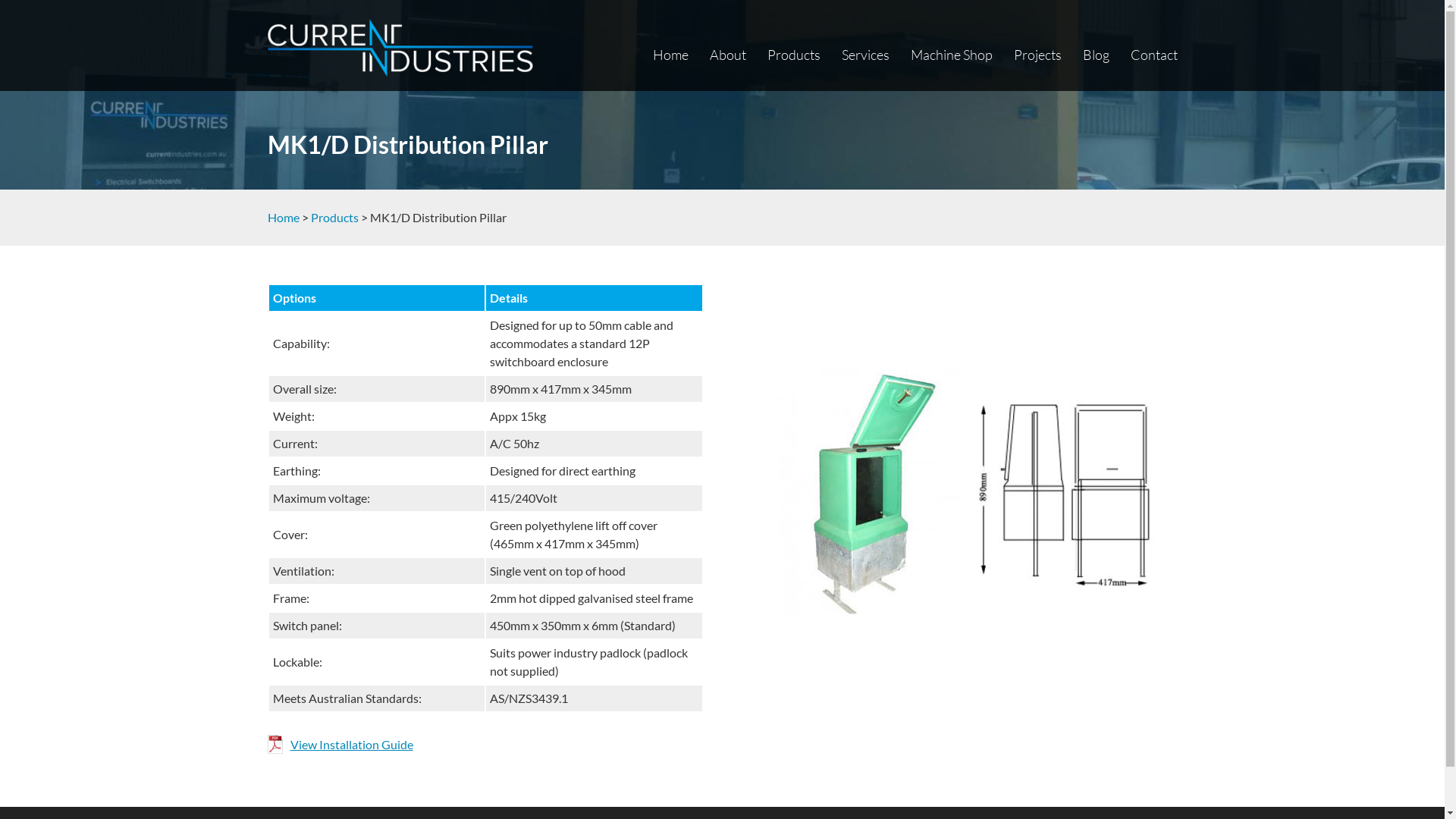  Describe the element at coordinates (949, 54) in the screenshot. I see `'Machine Shop'` at that location.